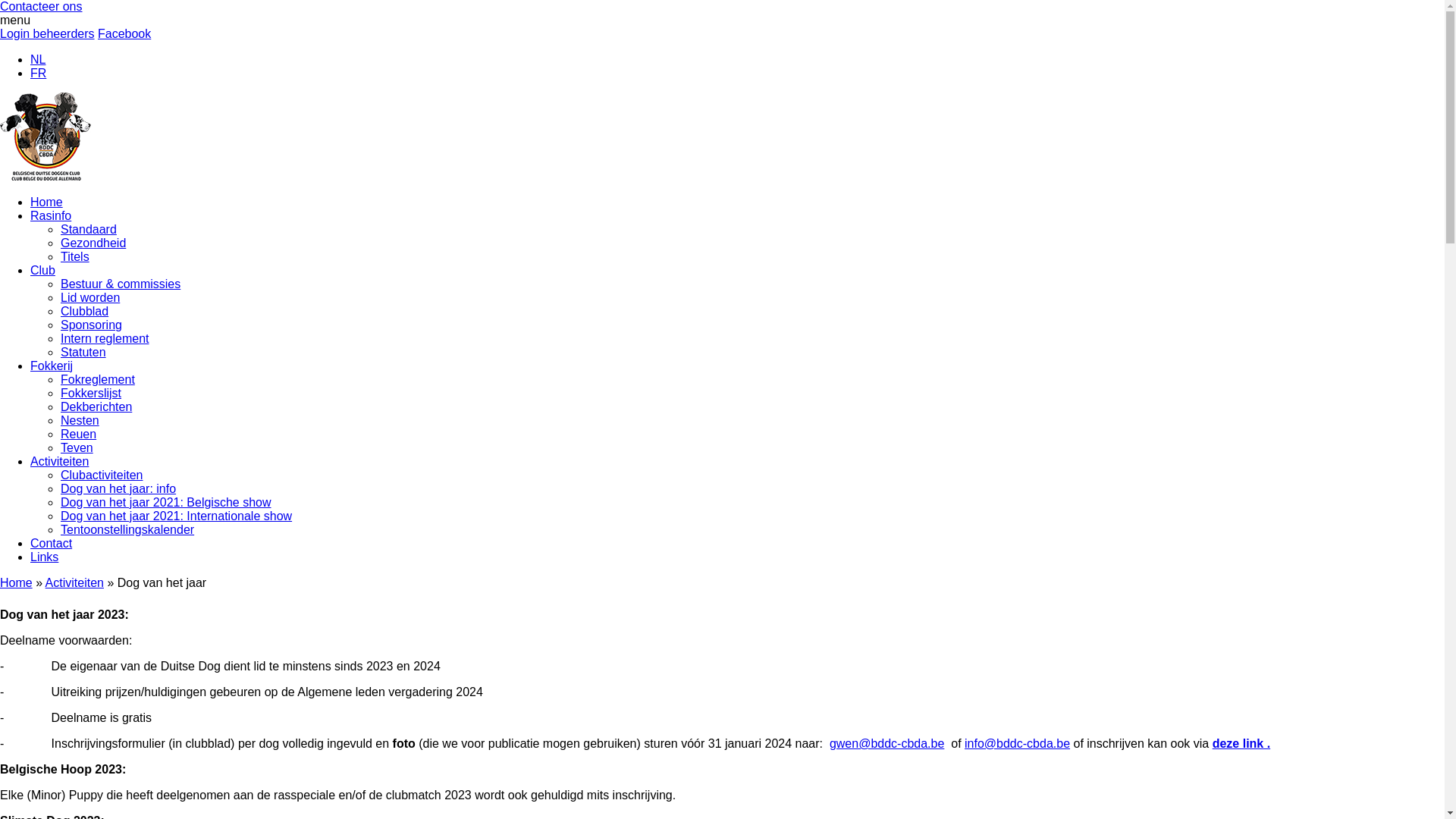 This screenshot has width=1456, height=819. What do you see at coordinates (83, 310) in the screenshot?
I see `'Clubblad'` at bounding box center [83, 310].